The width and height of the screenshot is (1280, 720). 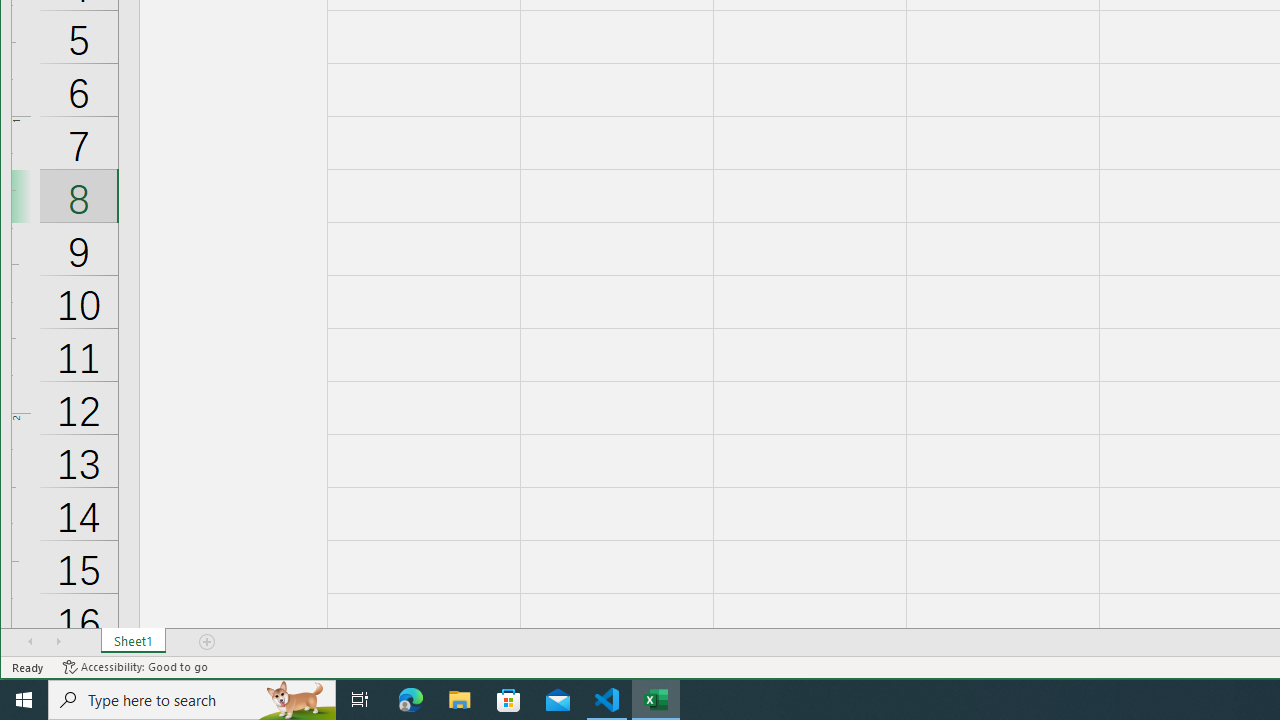 What do you see at coordinates (30, 641) in the screenshot?
I see `'Scroll Left'` at bounding box center [30, 641].